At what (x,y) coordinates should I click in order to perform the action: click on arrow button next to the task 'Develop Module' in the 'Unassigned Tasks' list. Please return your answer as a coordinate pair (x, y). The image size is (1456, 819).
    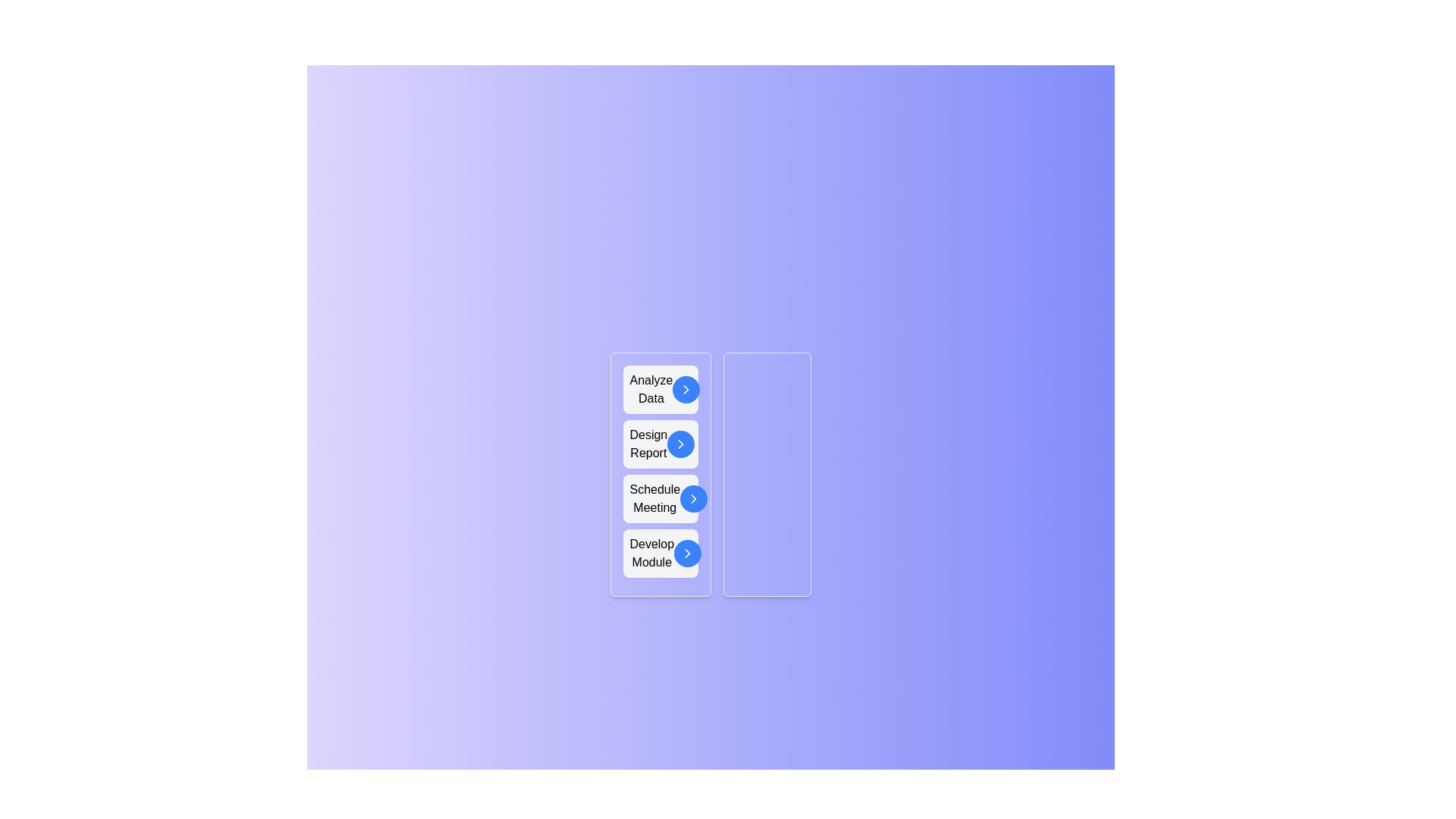
    Looking at the image, I should click on (687, 553).